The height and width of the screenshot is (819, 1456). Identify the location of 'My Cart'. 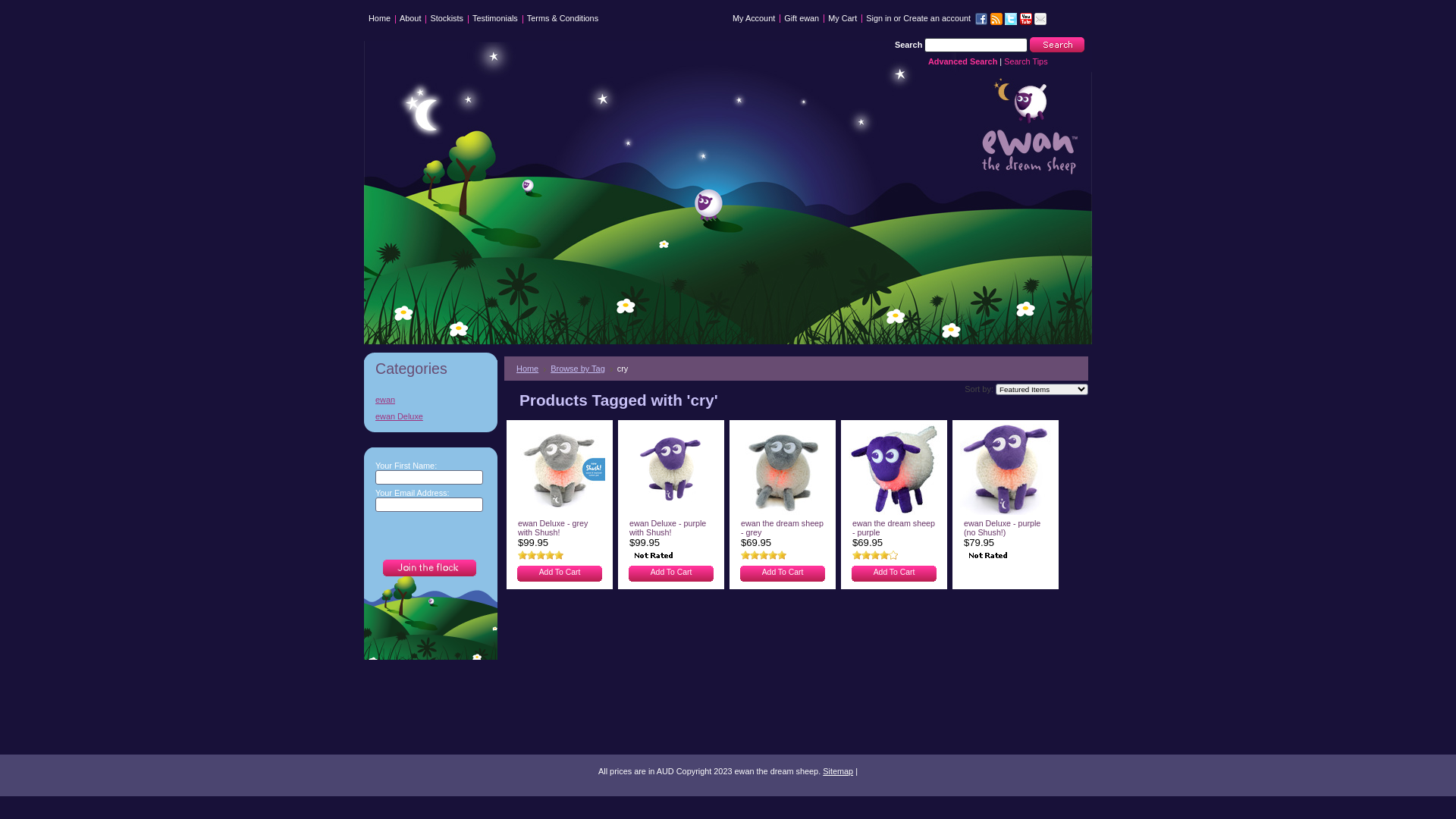
(841, 17).